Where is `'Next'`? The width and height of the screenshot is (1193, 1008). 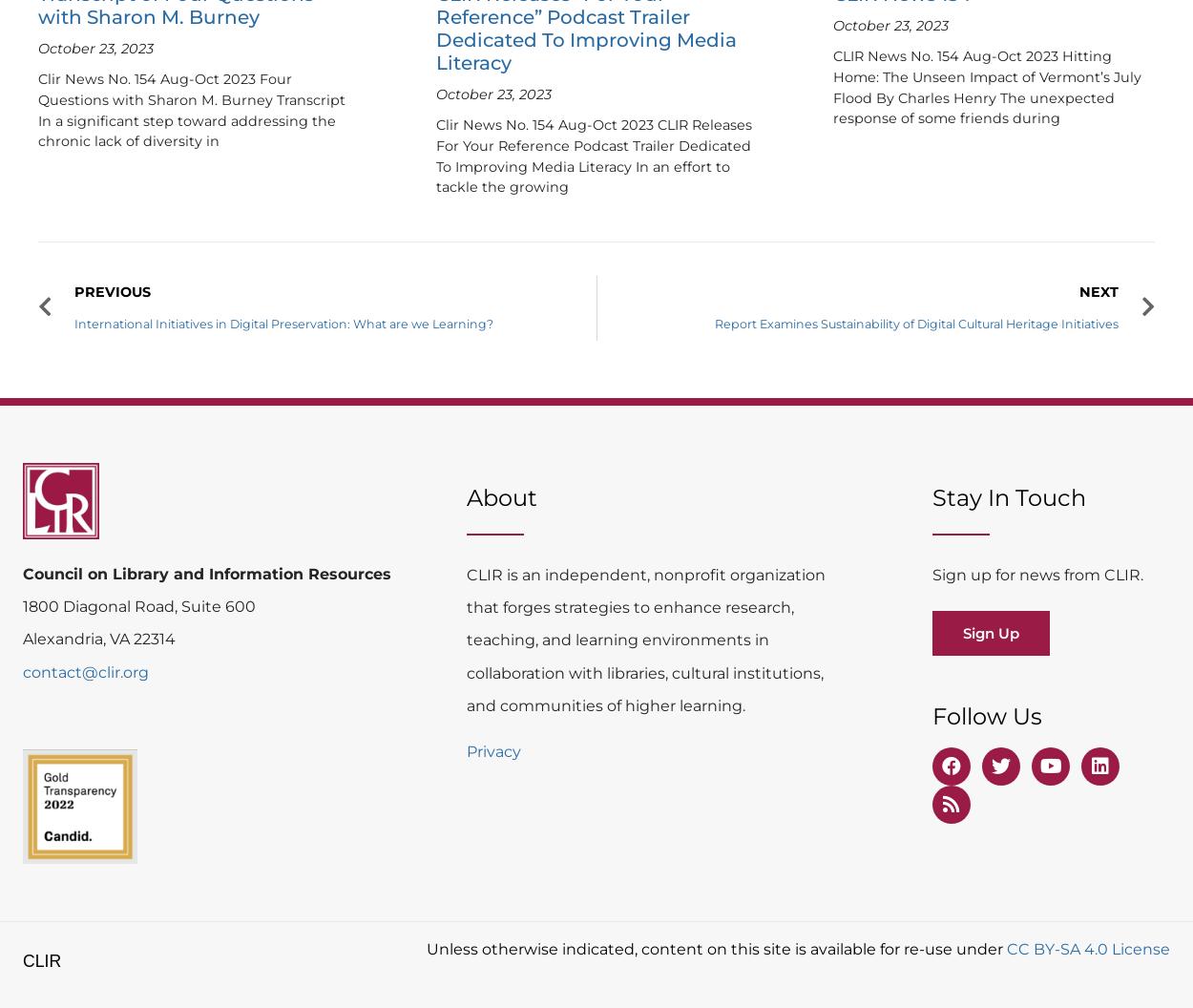
'Next' is located at coordinates (1099, 290).